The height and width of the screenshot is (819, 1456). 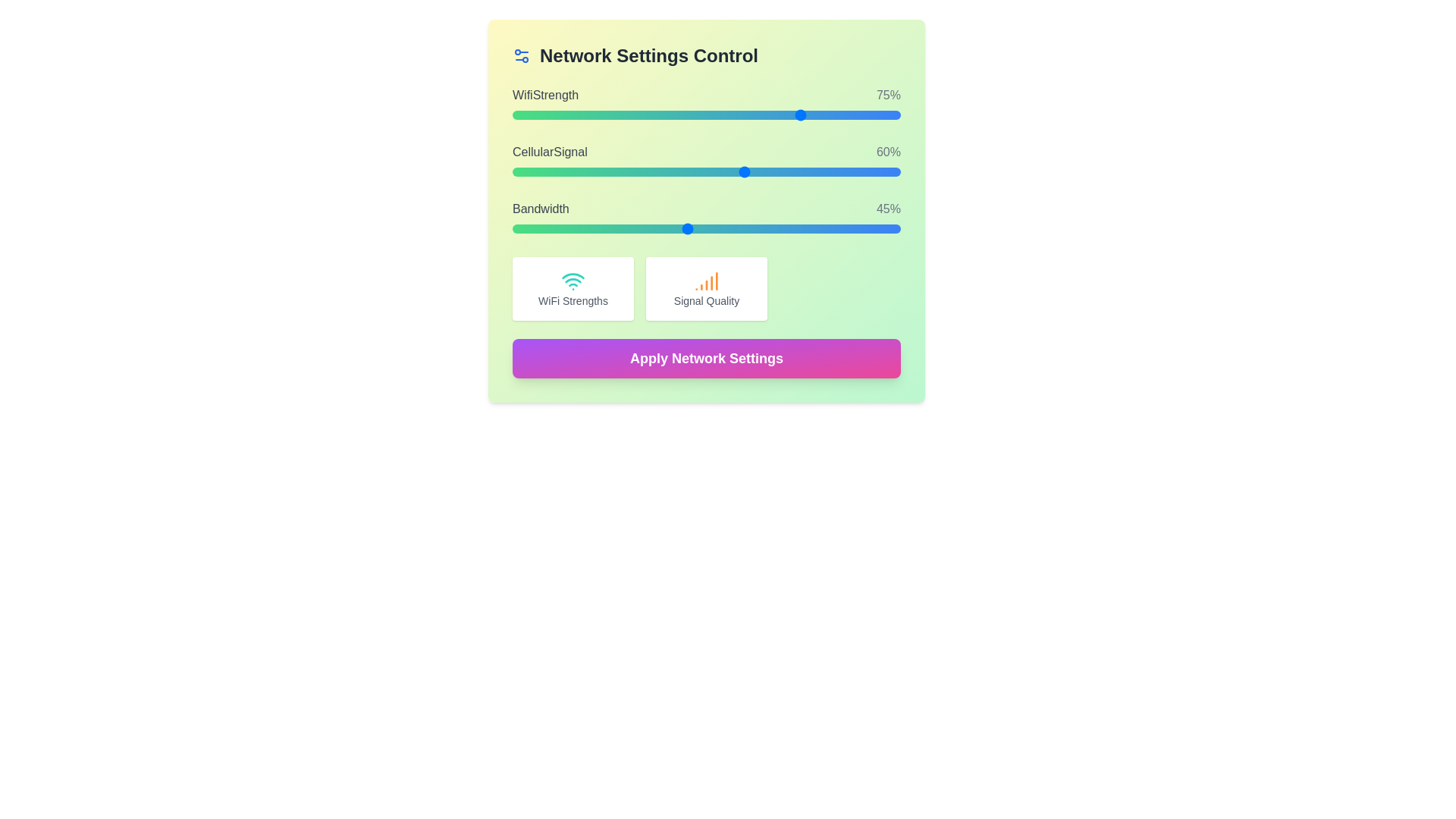 I want to click on WiFi strength, so click(x=535, y=114).